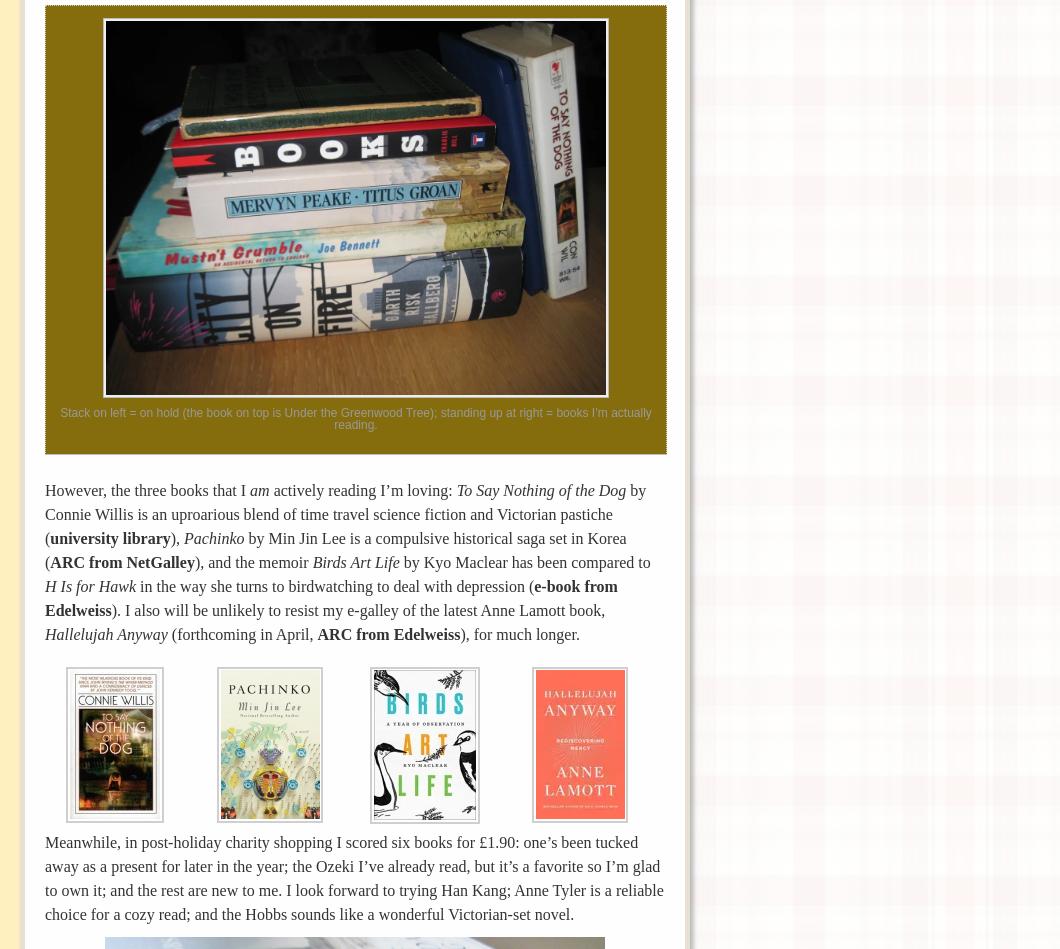 The width and height of the screenshot is (1060, 949). I want to click on 'by Kyo Maclear has been compared to', so click(525, 560).